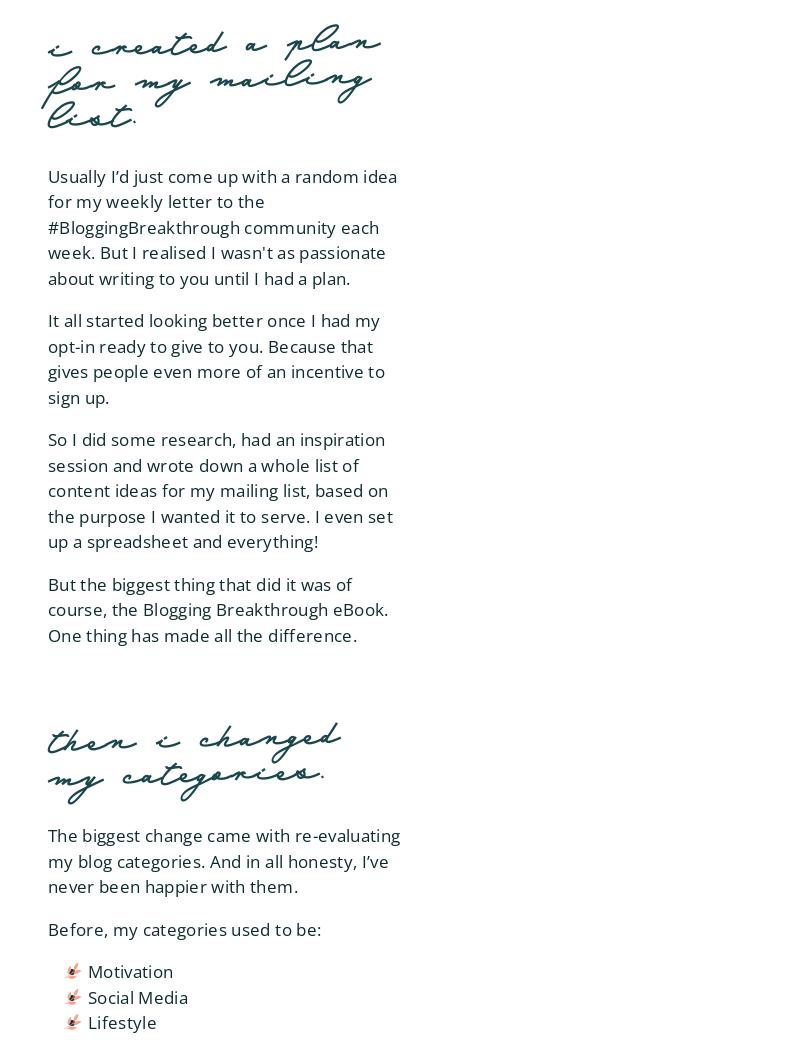  Describe the element at coordinates (138, 996) in the screenshot. I see `'Social Media'` at that location.